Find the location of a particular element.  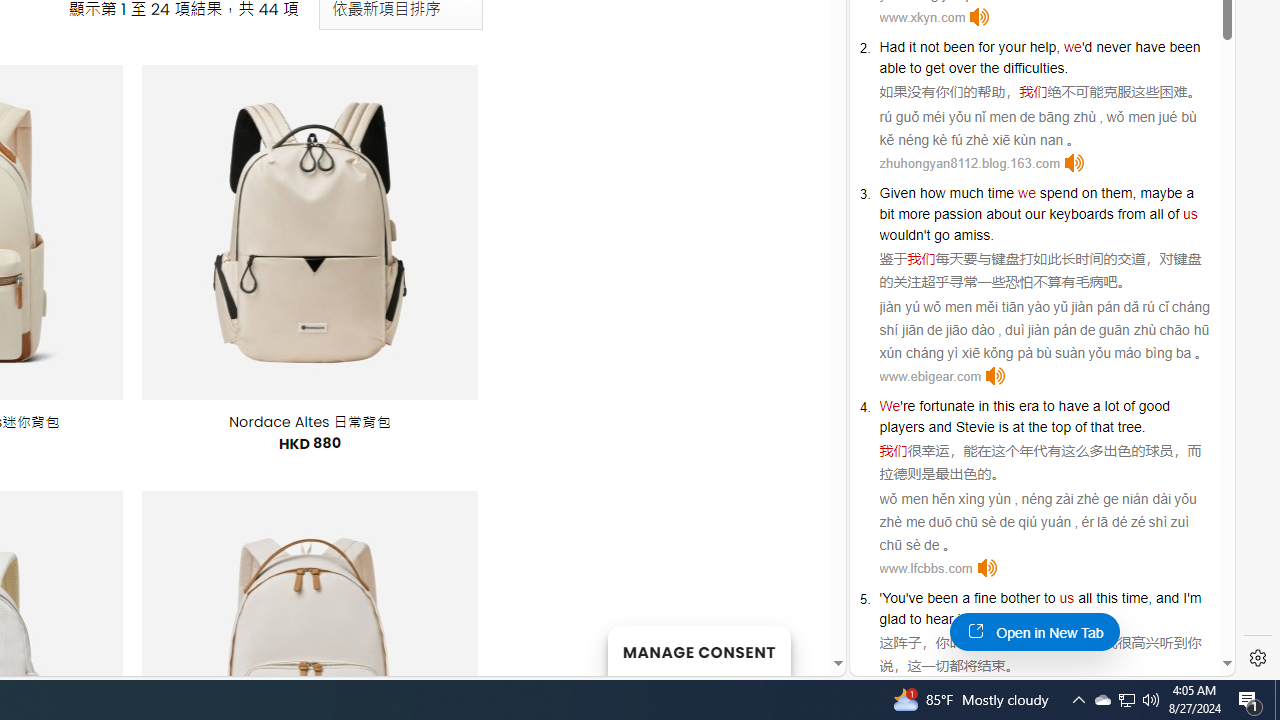

'hear' is located at coordinates (938, 618).